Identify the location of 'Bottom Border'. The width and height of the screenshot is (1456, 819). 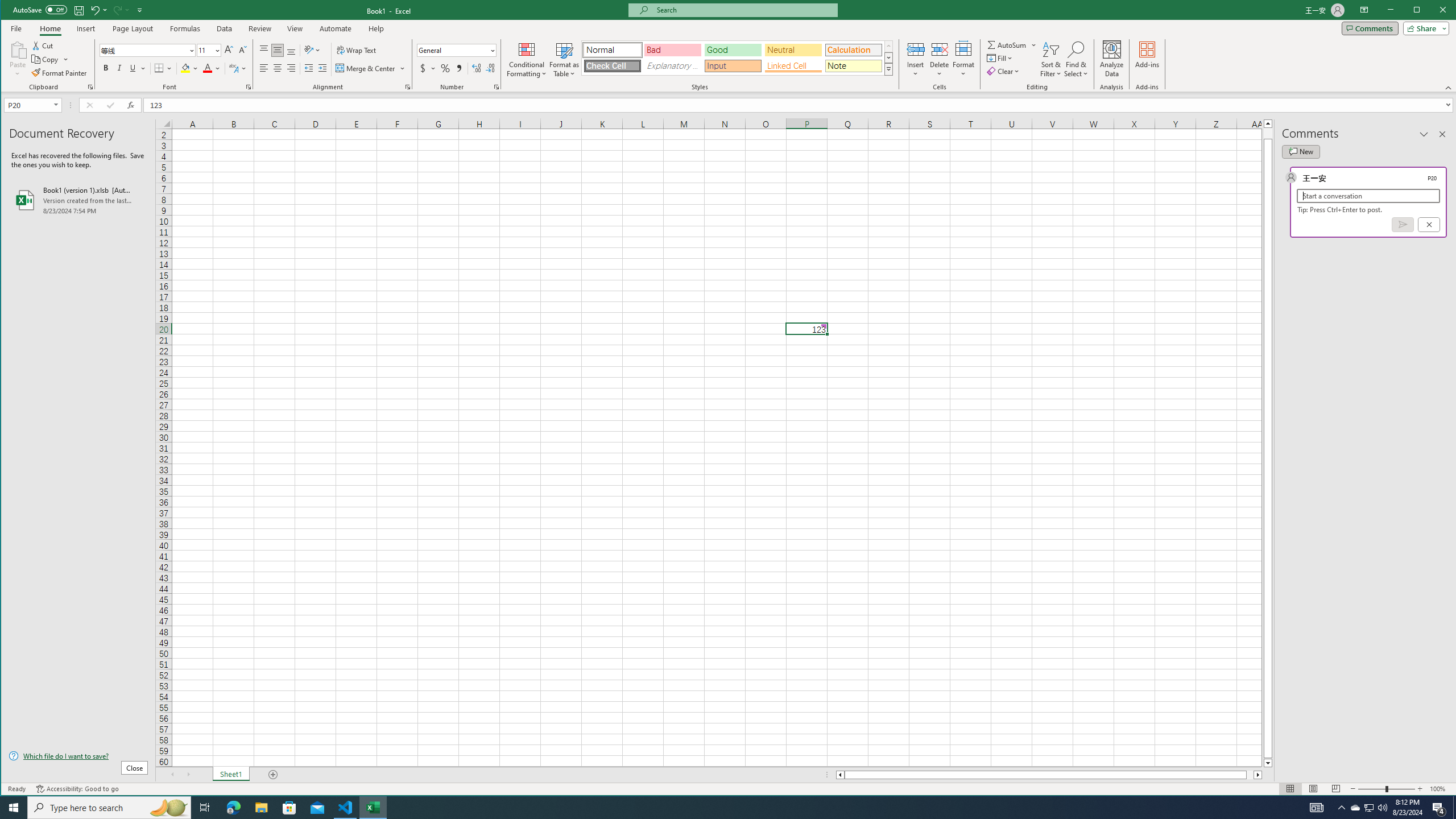
(159, 68).